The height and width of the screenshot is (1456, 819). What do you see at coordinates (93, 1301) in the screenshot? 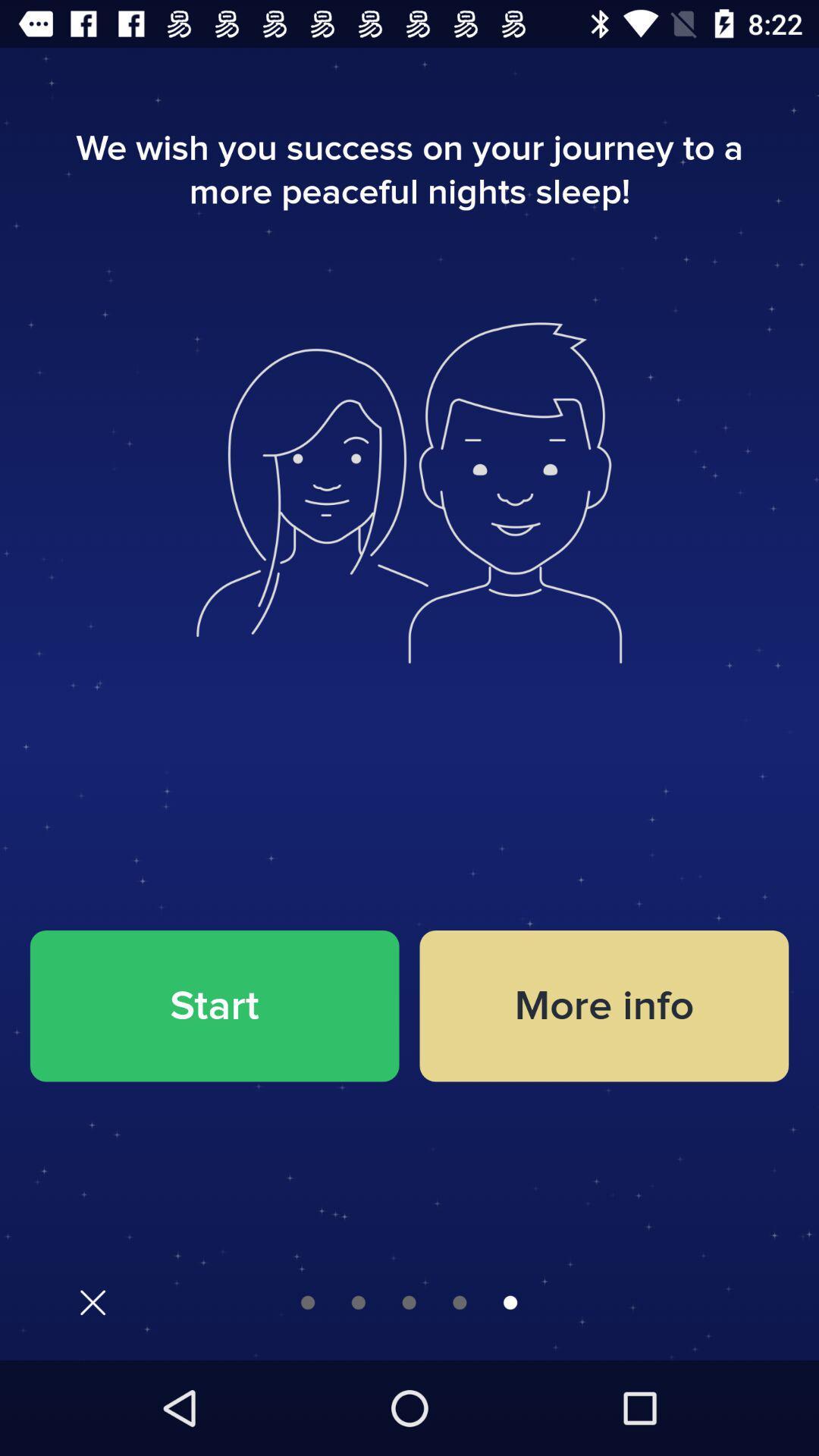
I see `the window` at bounding box center [93, 1301].